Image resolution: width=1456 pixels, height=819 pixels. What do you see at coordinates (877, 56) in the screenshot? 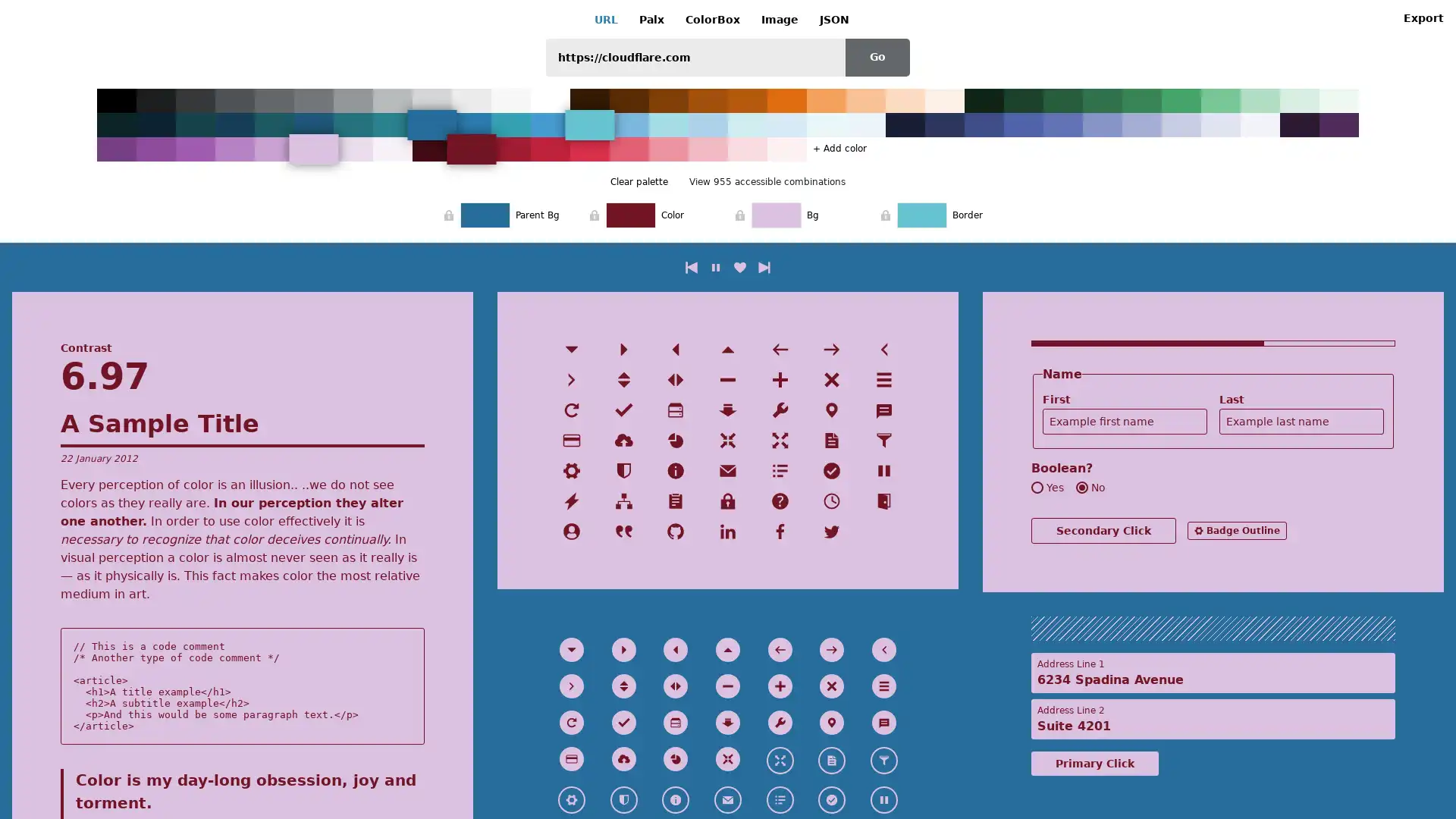
I see `Go` at bounding box center [877, 56].